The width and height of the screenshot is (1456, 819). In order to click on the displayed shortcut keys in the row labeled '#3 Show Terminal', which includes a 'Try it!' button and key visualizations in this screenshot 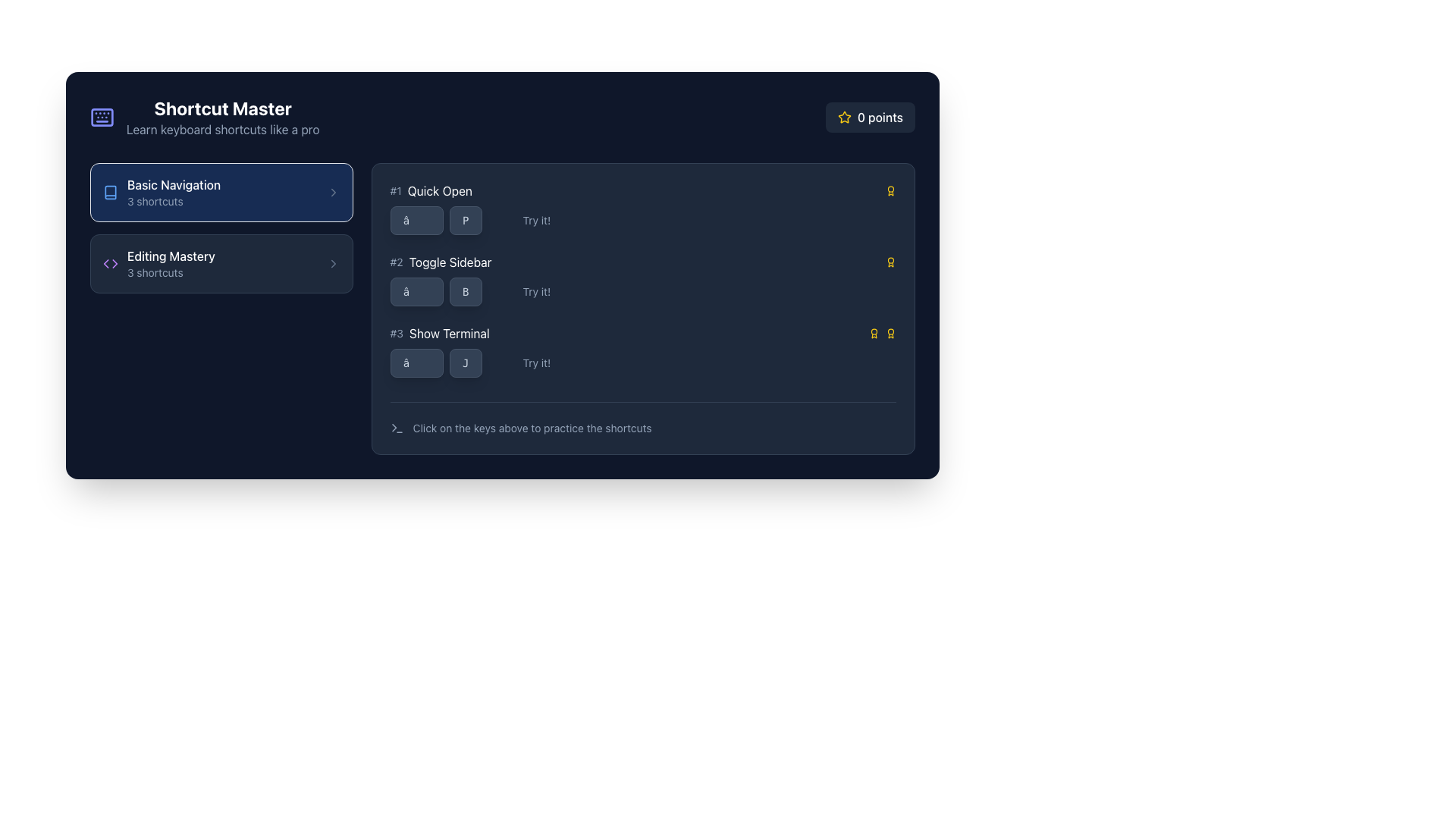, I will do `click(643, 350)`.